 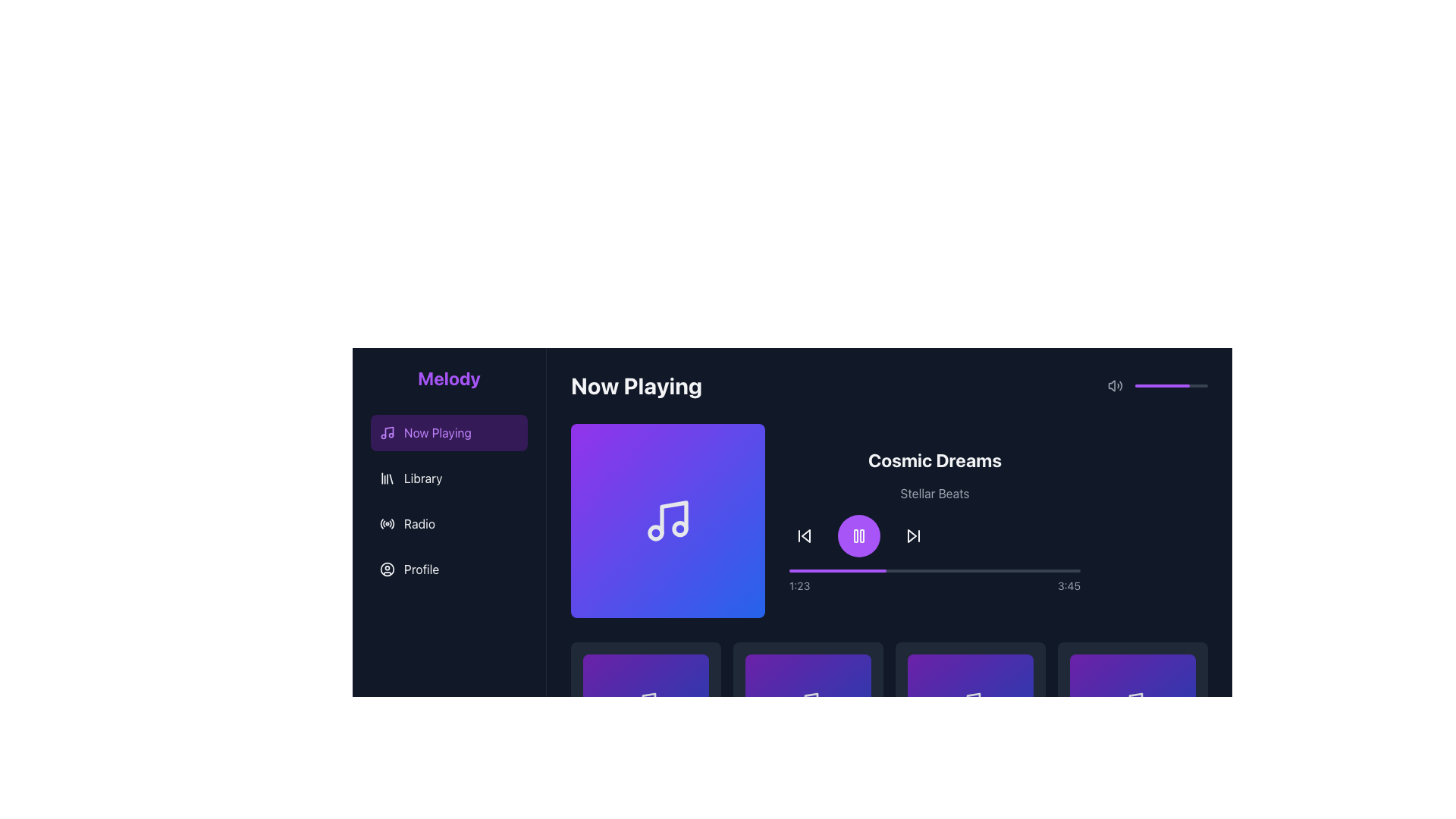 What do you see at coordinates (990, 570) in the screenshot?
I see `media playback` at bounding box center [990, 570].